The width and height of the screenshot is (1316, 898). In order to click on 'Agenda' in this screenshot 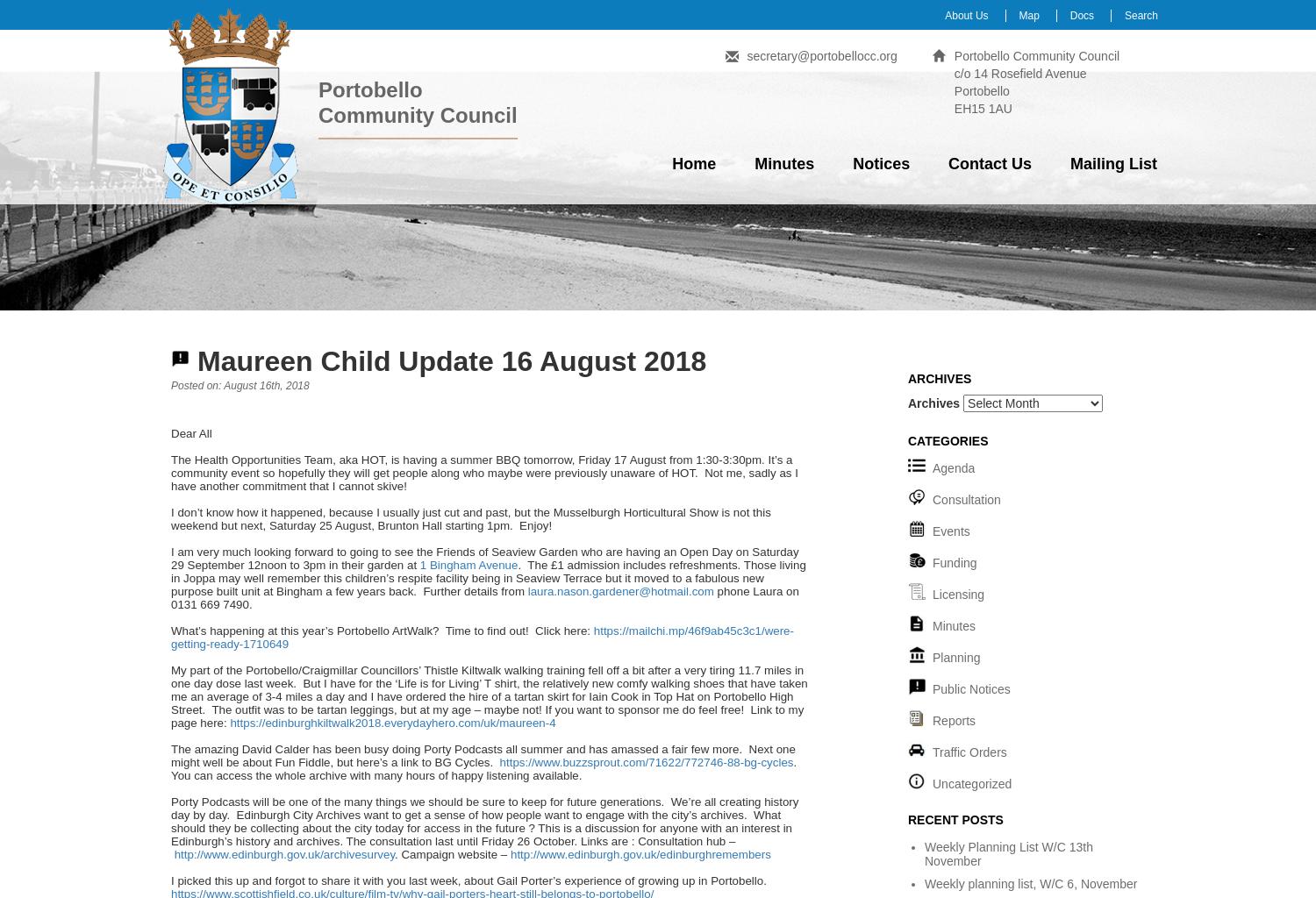, I will do `click(953, 468)`.